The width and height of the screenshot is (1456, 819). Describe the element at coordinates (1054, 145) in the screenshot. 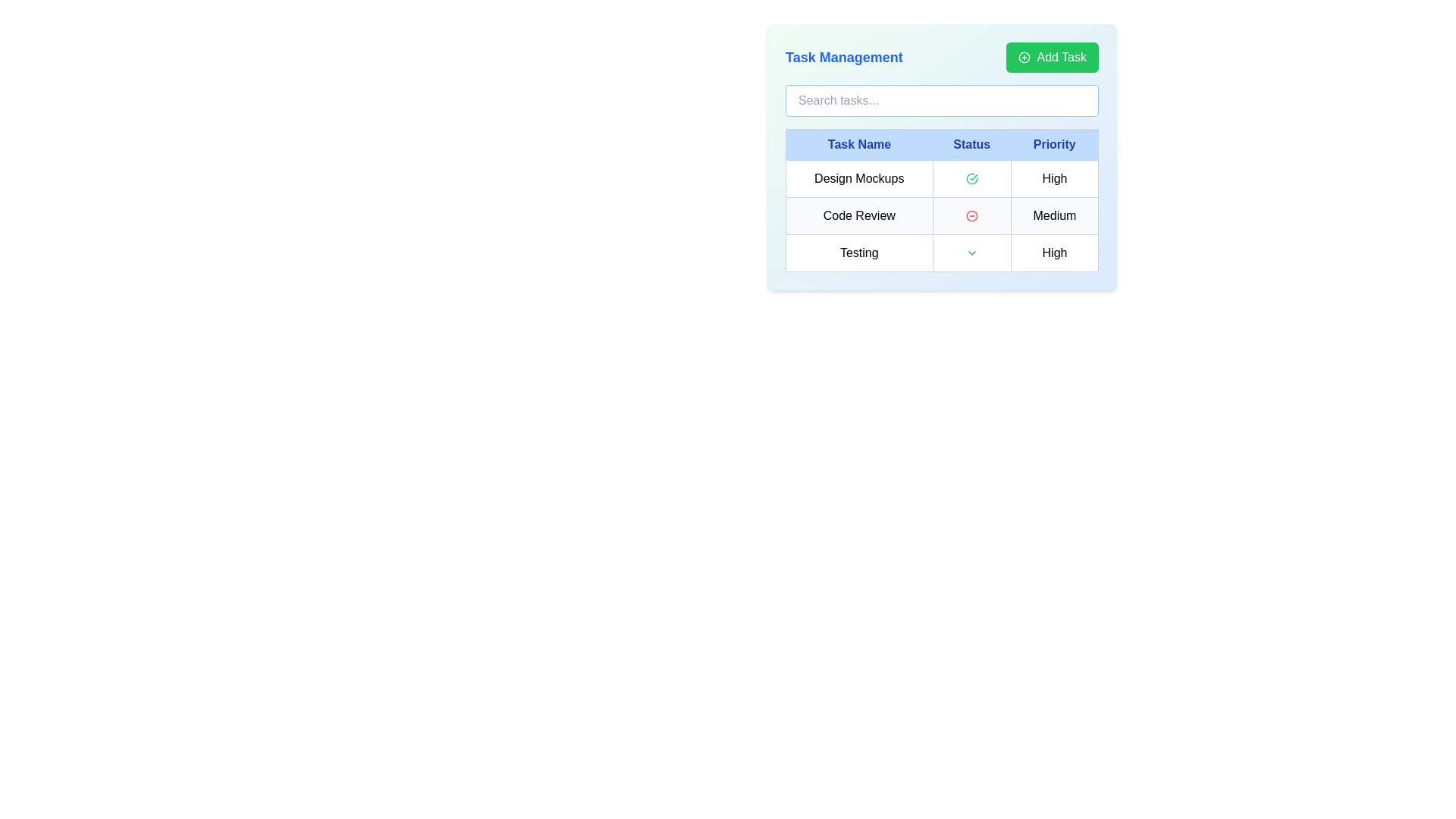

I see `the text label displaying 'Priority' in blue color located in the header row of the table, positioned between the 'Status' label and the left edge of the table` at that location.